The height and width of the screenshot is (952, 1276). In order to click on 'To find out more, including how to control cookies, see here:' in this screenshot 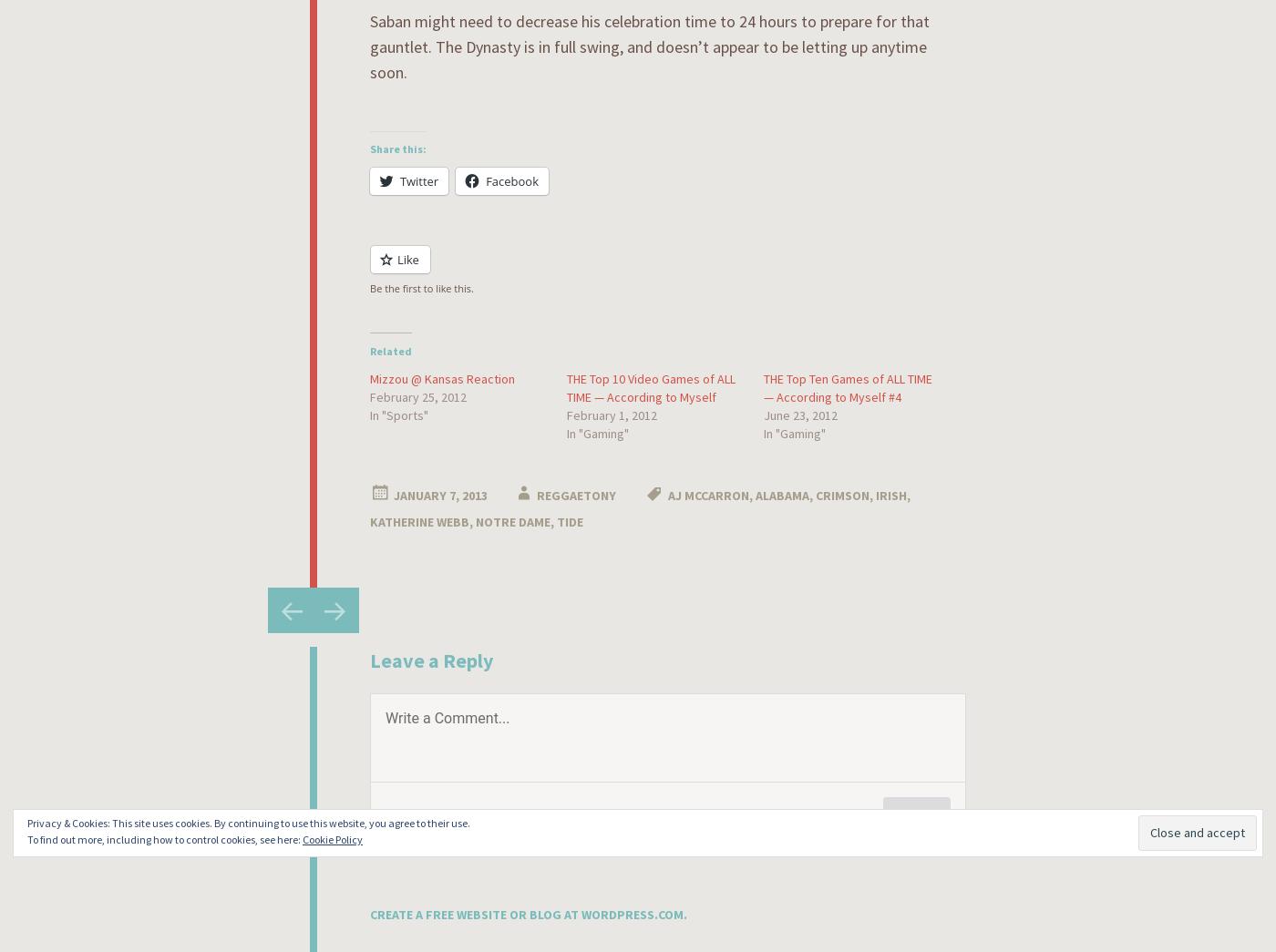, I will do `click(165, 839)`.